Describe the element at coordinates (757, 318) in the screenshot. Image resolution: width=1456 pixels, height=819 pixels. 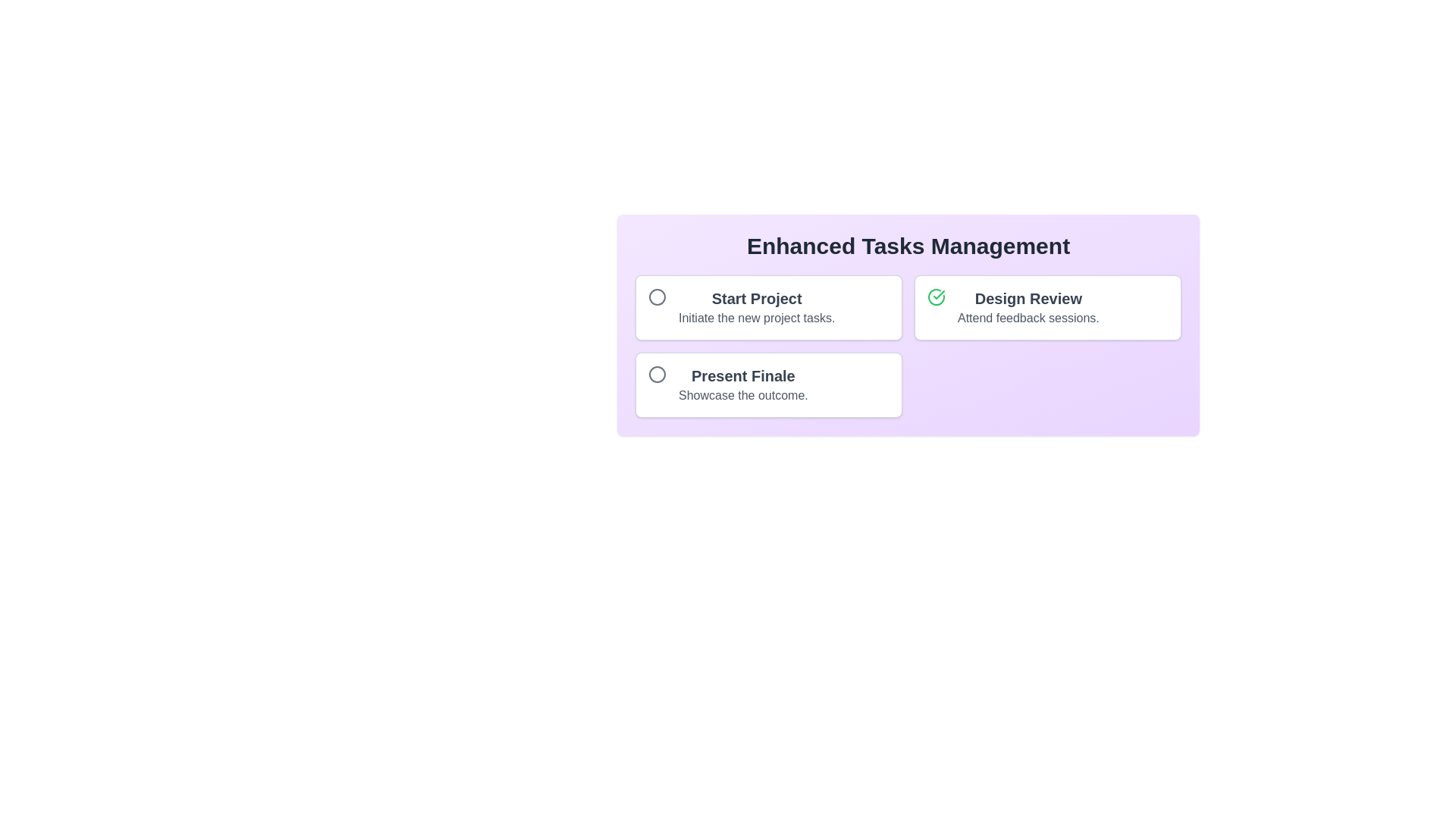
I see `the task detail text of the task titled 'Start Project'` at that location.